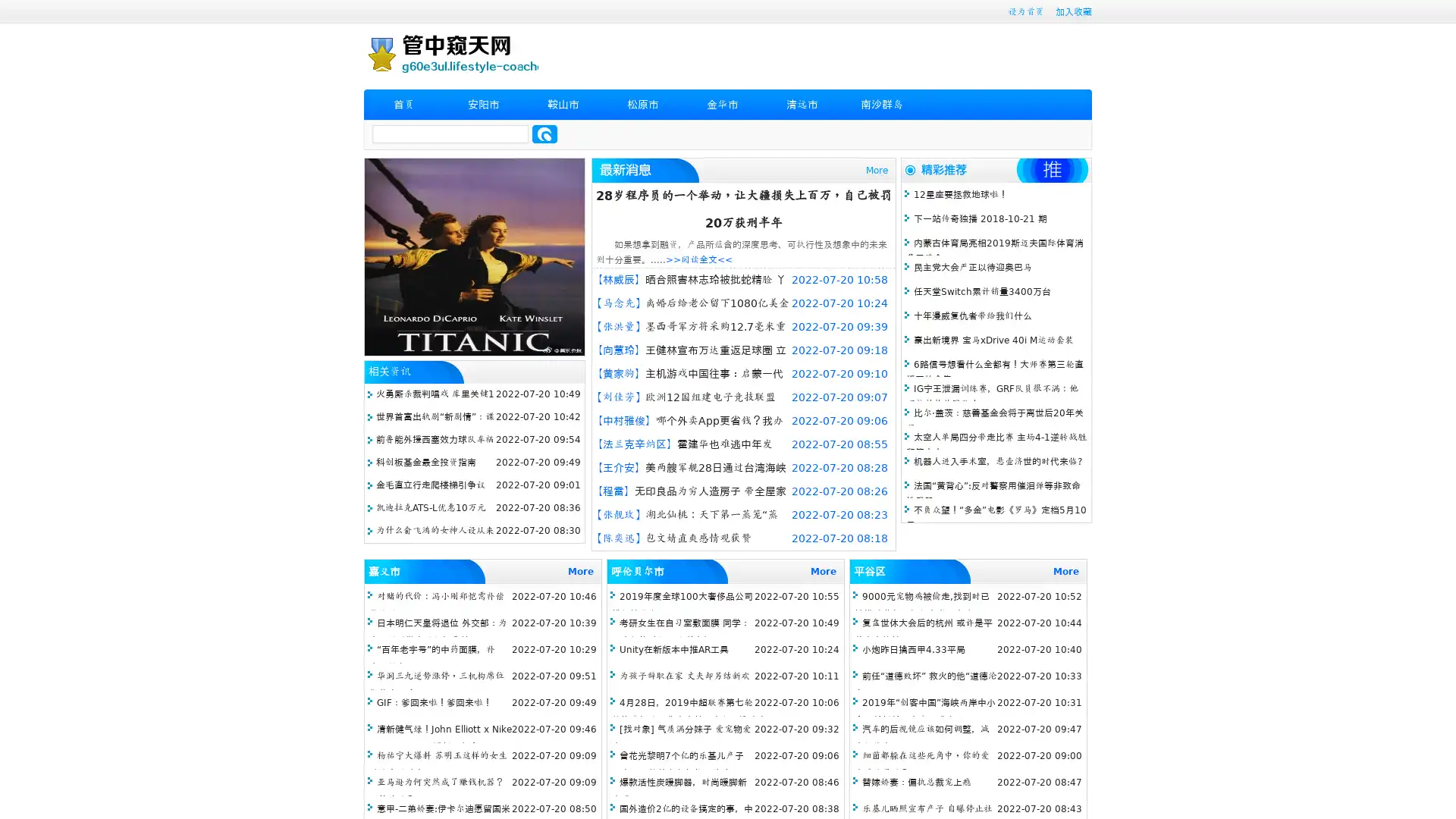  Describe the element at coordinates (544, 133) in the screenshot. I see `Search` at that location.